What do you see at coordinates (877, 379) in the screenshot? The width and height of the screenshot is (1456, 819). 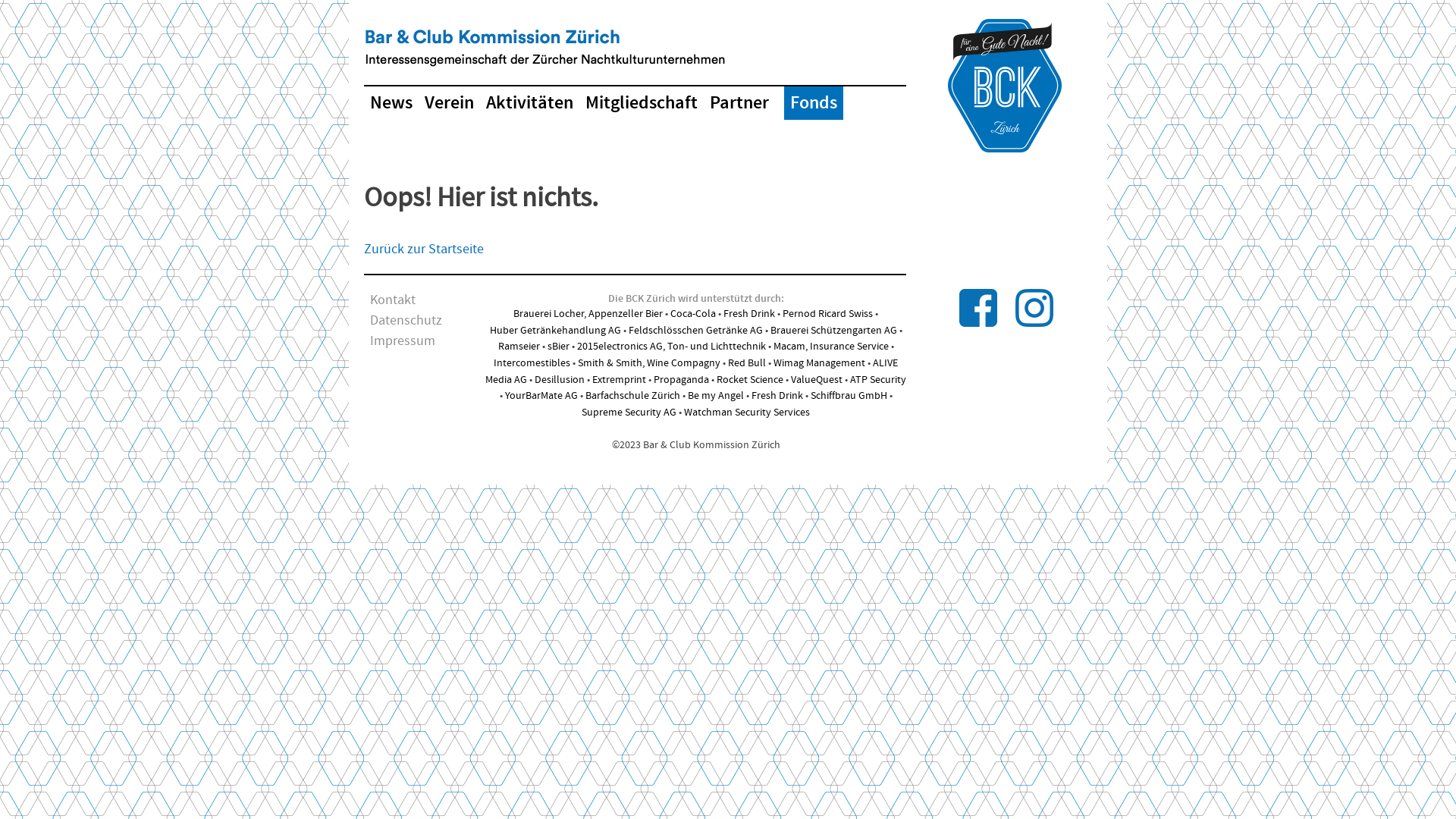 I see `'ATP Security'` at bounding box center [877, 379].